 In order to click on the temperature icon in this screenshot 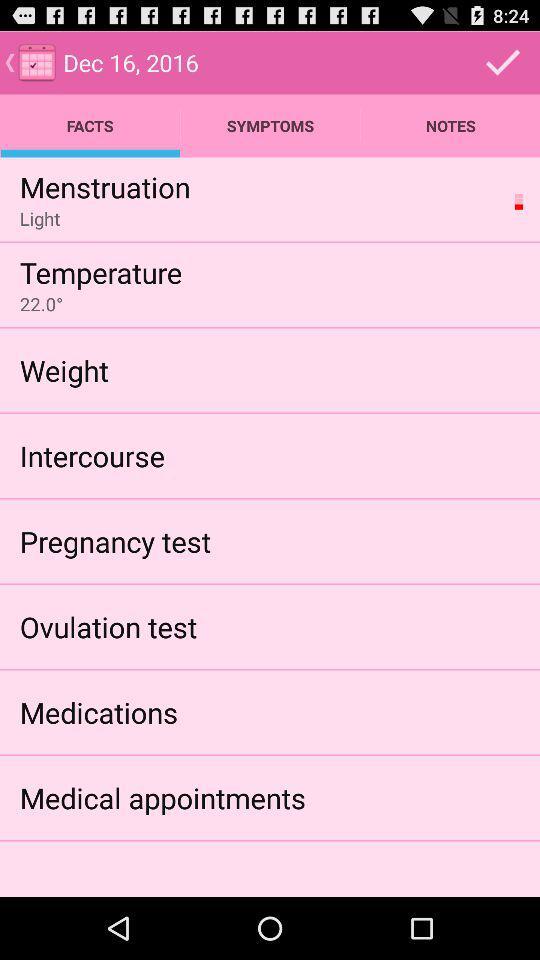, I will do `click(100, 271)`.